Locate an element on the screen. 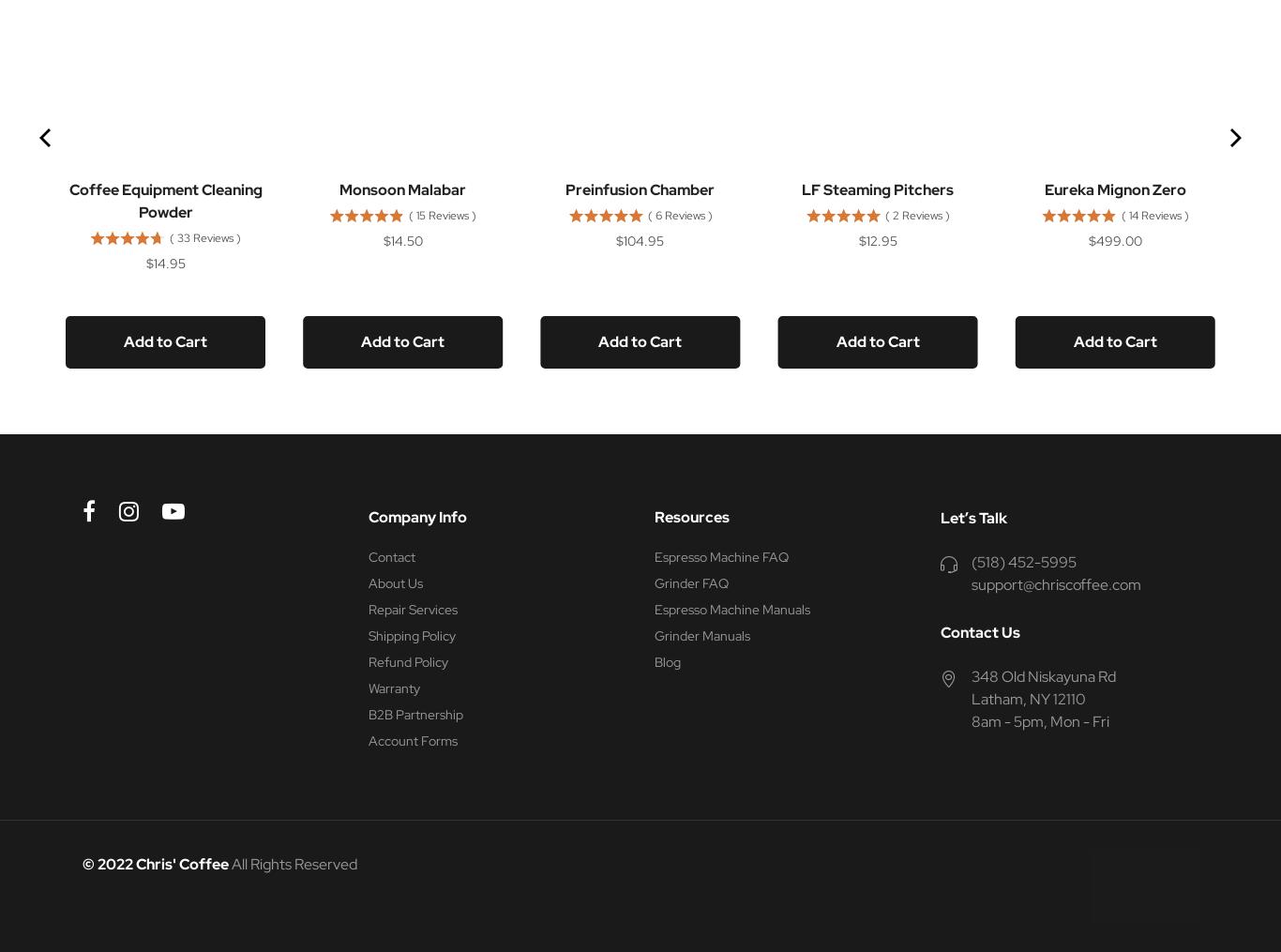  'Powered by Rebuy' is located at coordinates (601, 417).